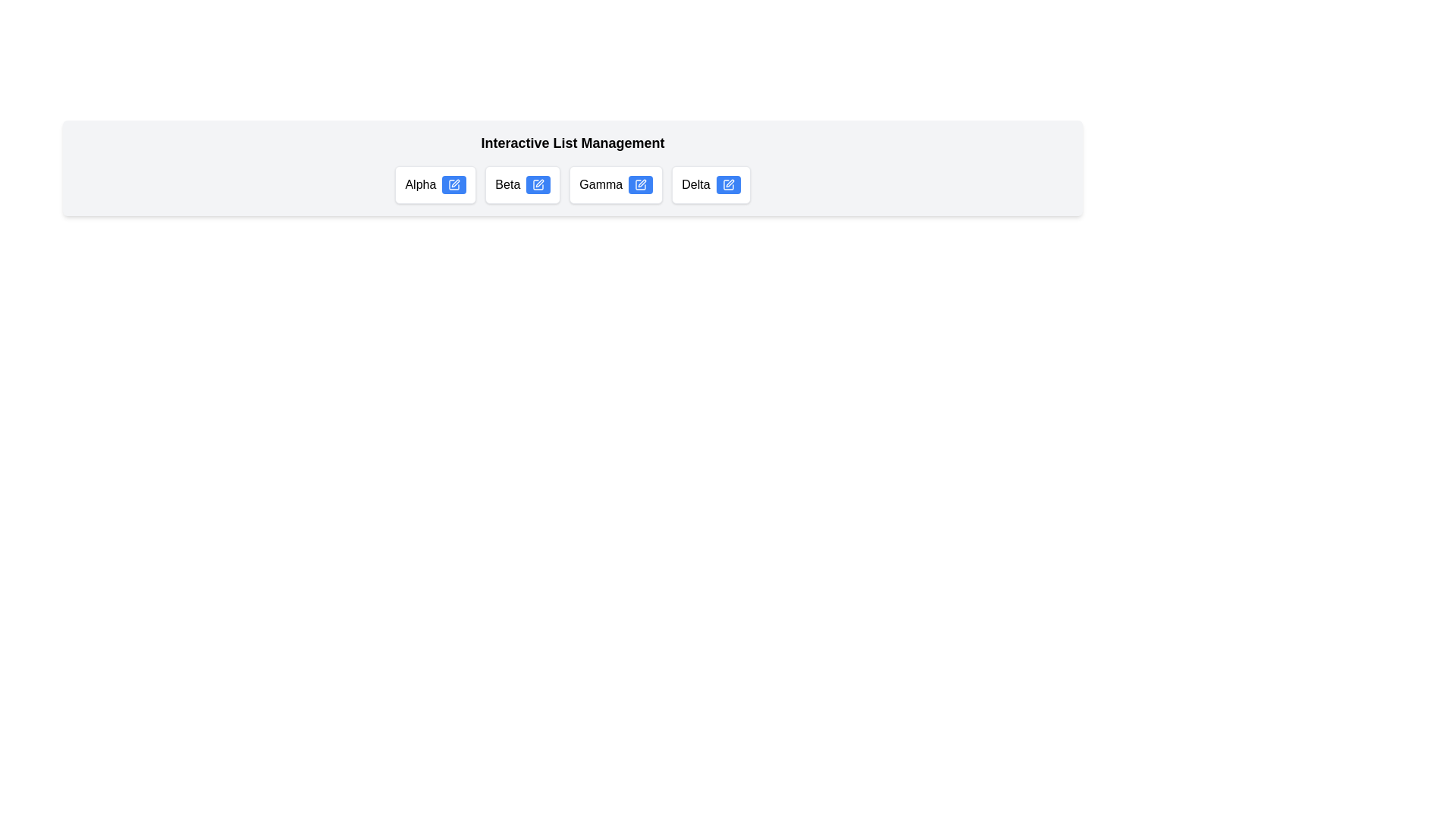 The height and width of the screenshot is (819, 1456). Describe the element at coordinates (538, 184) in the screenshot. I see `the button with a blue background and white text, which features a pen icon, to observe the styling change` at that location.